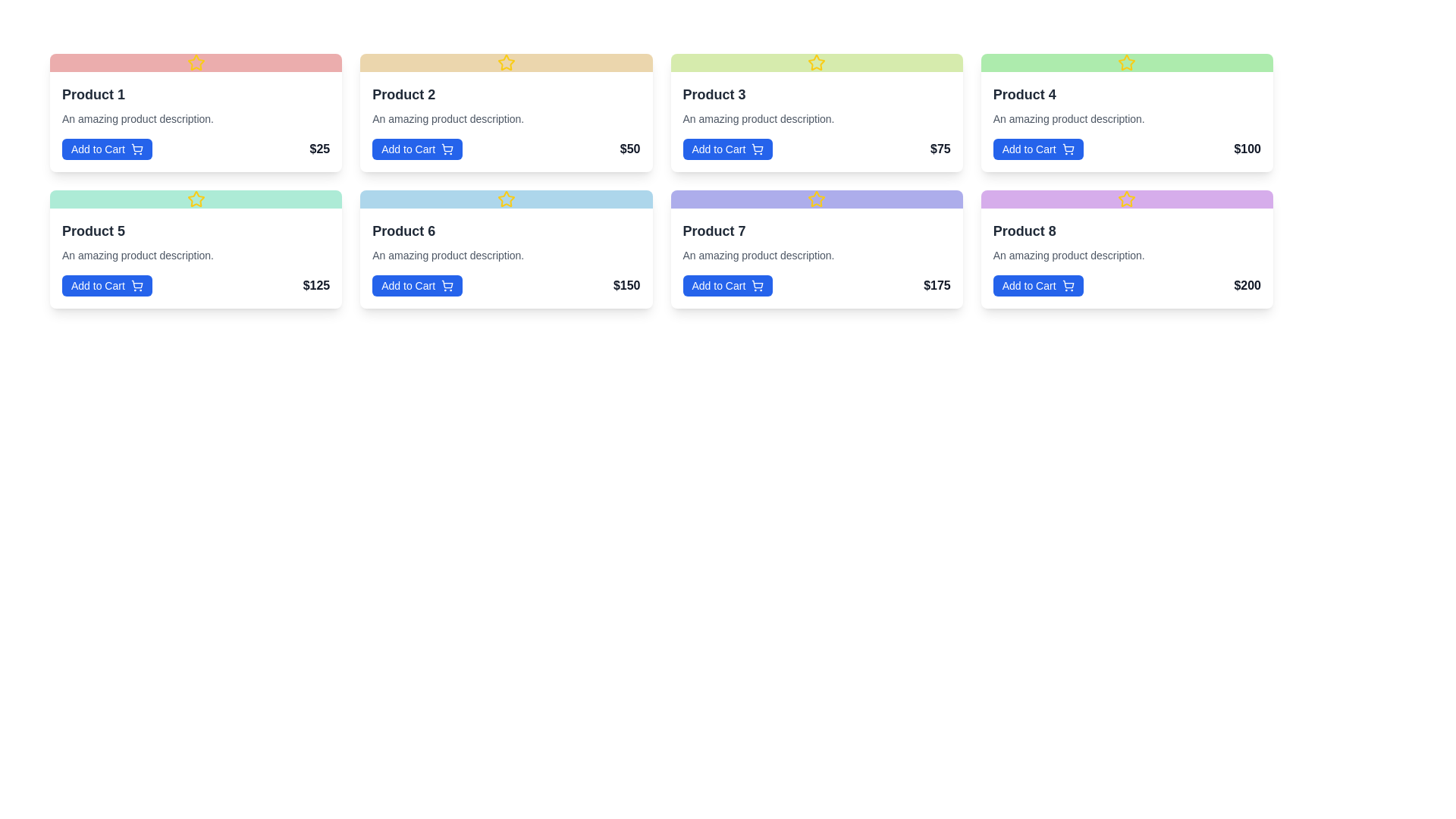  I want to click on the shopping cart icon located to the right of the 'Add to Cart' button for 'Product 6' in the product card grid layout, so click(447, 286).